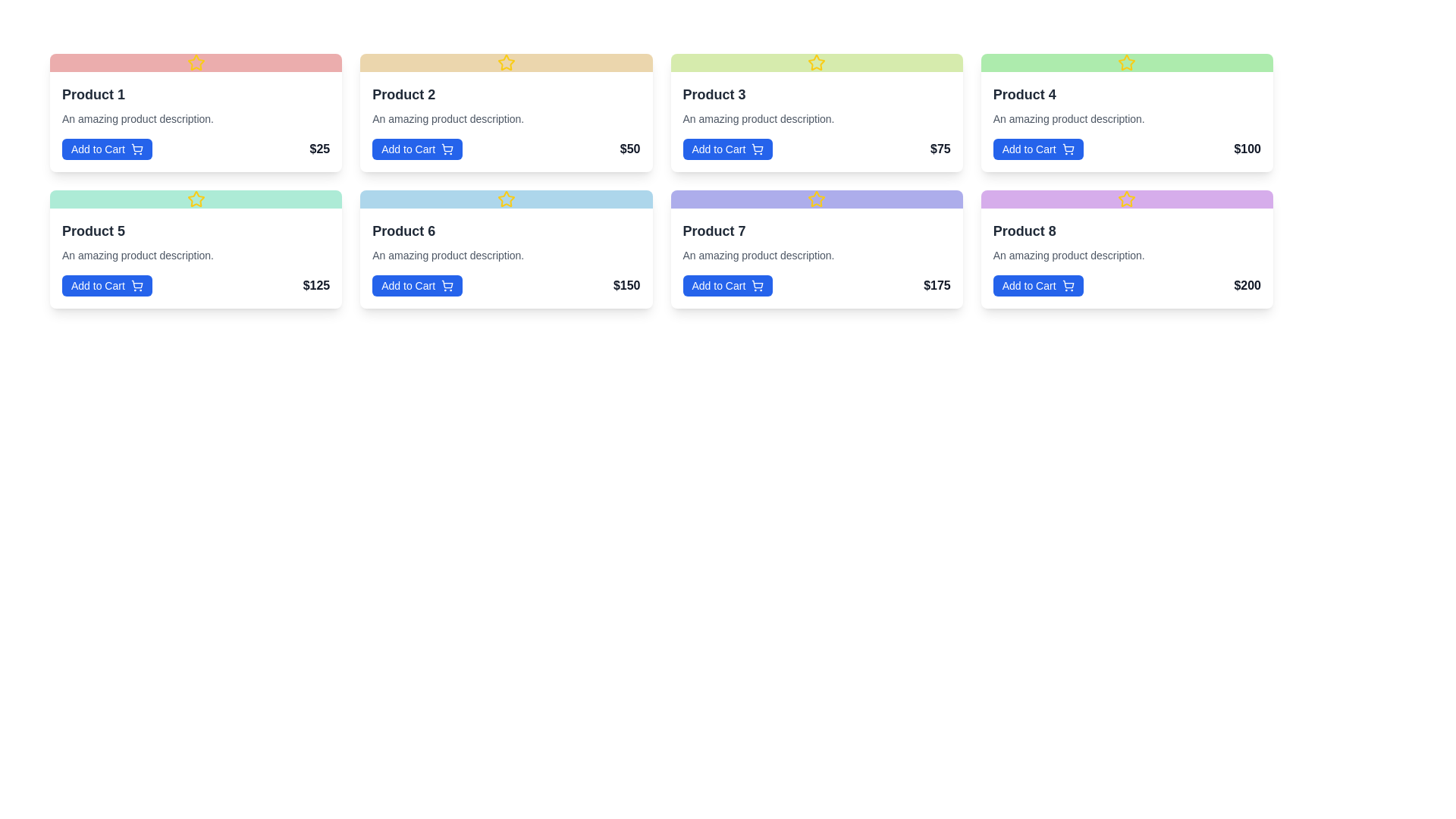  I want to click on the shopping cart icon located to the right of the 'Add to Cart' button for 'Product 6' in the product card grid layout, so click(447, 286).